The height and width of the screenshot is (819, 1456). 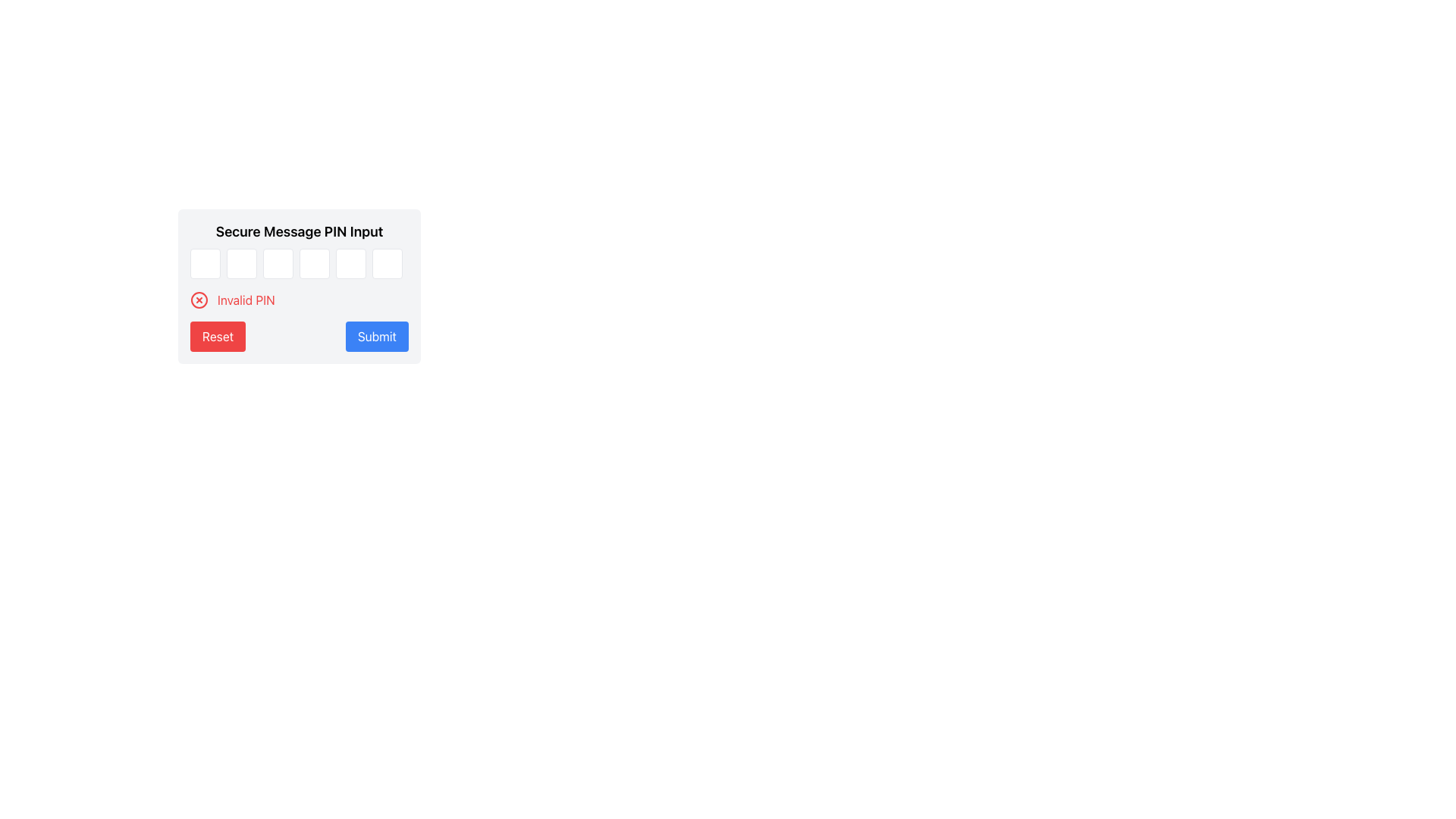 What do you see at coordinates (299, 287) in the screenshot?
I see `the input boxes of the 'Secure Message PIN Input' component to focus and enter digits` at bounding box center [299, 287].